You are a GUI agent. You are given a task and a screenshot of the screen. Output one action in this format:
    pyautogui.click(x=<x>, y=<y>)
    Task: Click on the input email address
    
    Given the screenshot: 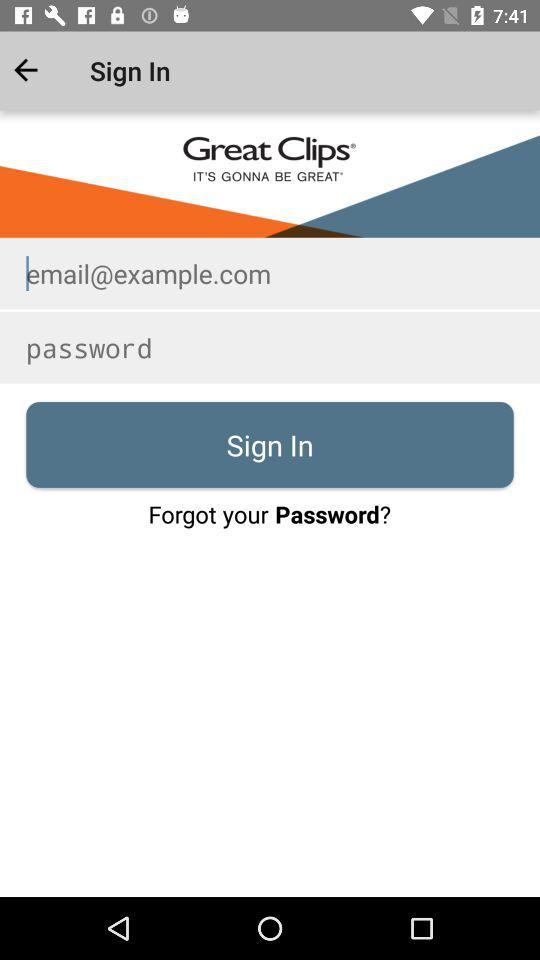 What is the action you would take?
    pyautogui.click(x=270, y=272)
    